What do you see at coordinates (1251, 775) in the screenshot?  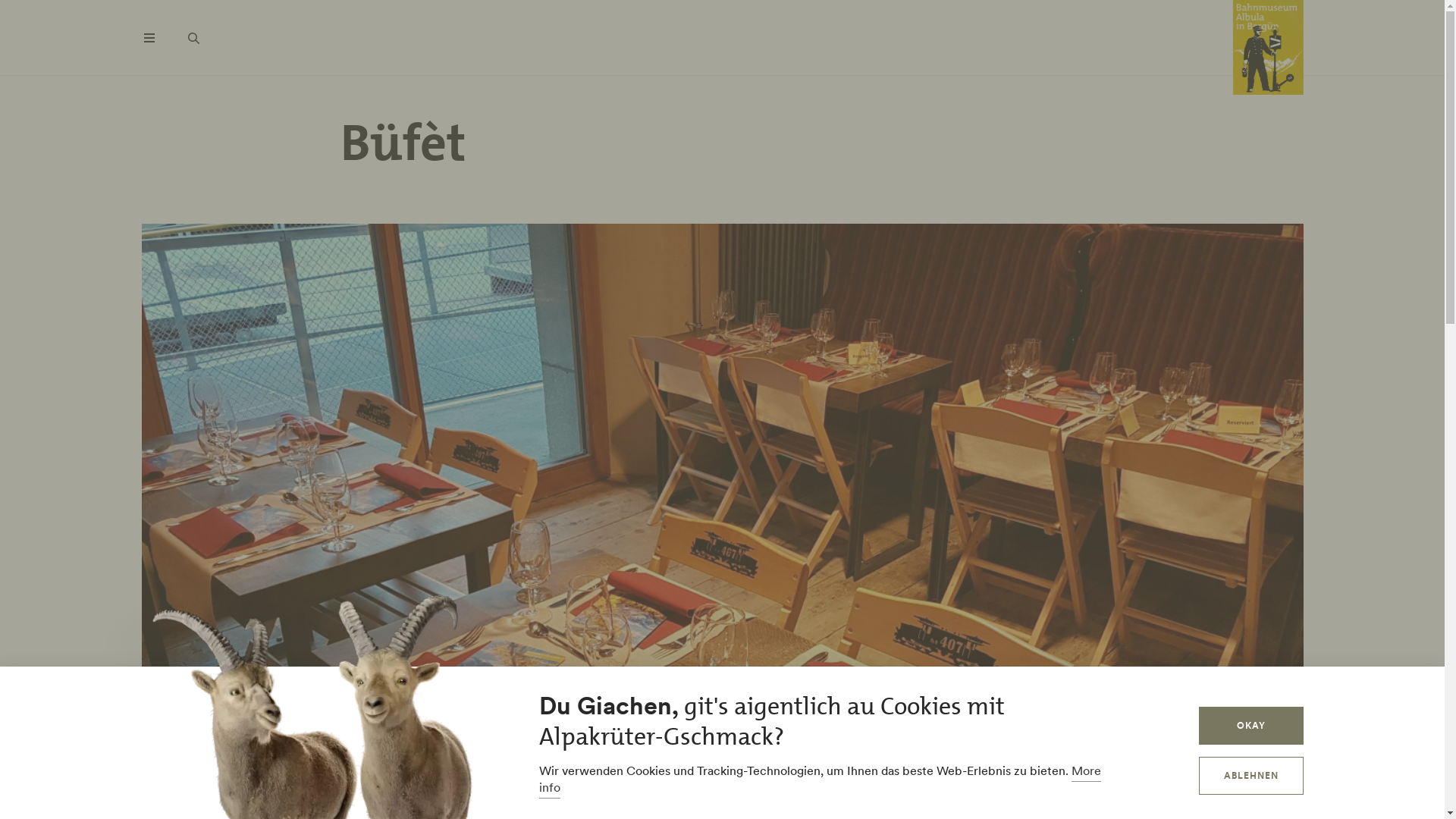 I see `'ABLEHNEN'` at bounding box center [1251, 775].